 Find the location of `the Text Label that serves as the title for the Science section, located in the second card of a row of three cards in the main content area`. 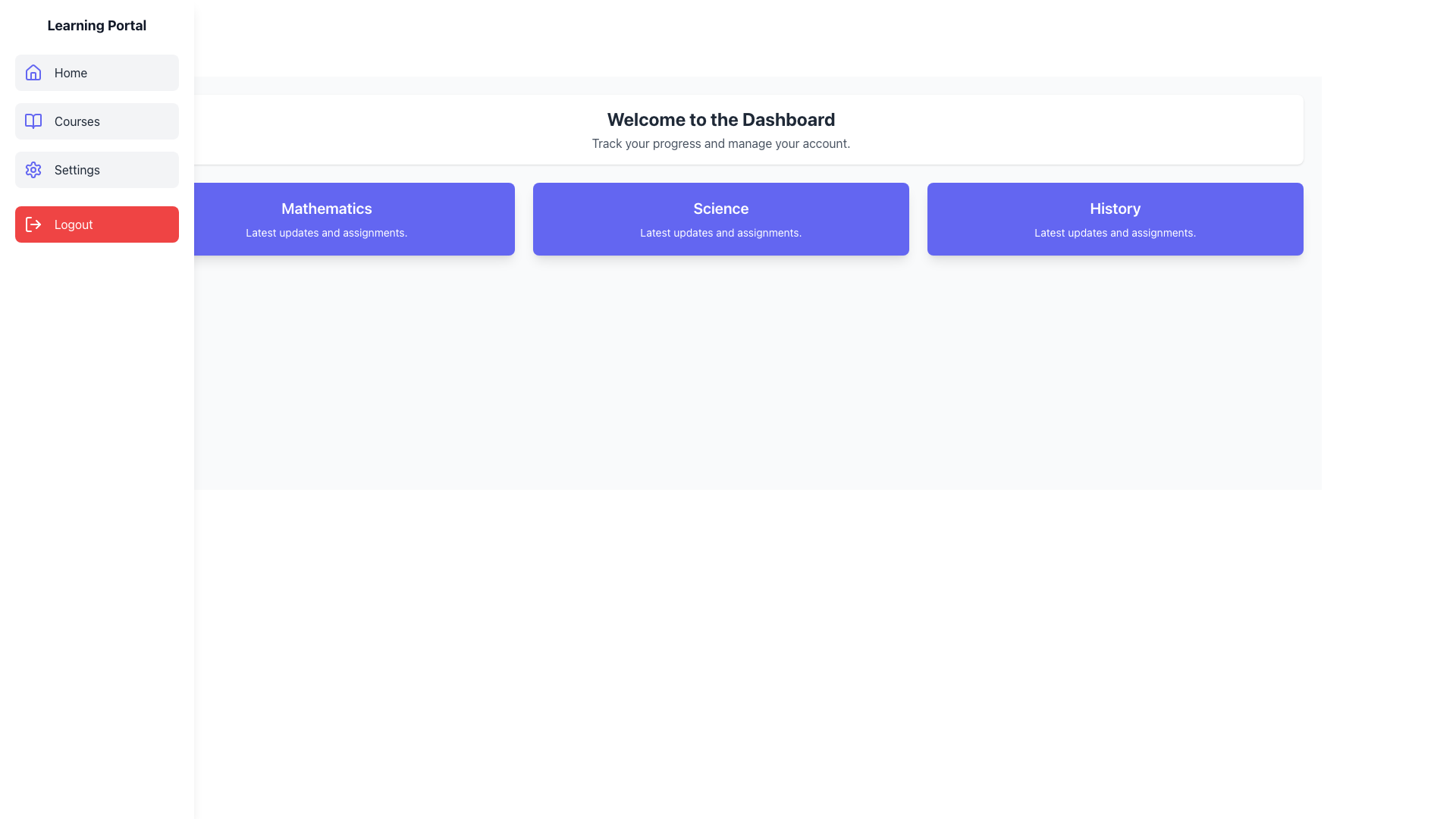

the Text Label that serves as the title for the Science section, located in the second card of a row of three cards in the main content area is located at coordinates (720, 208).